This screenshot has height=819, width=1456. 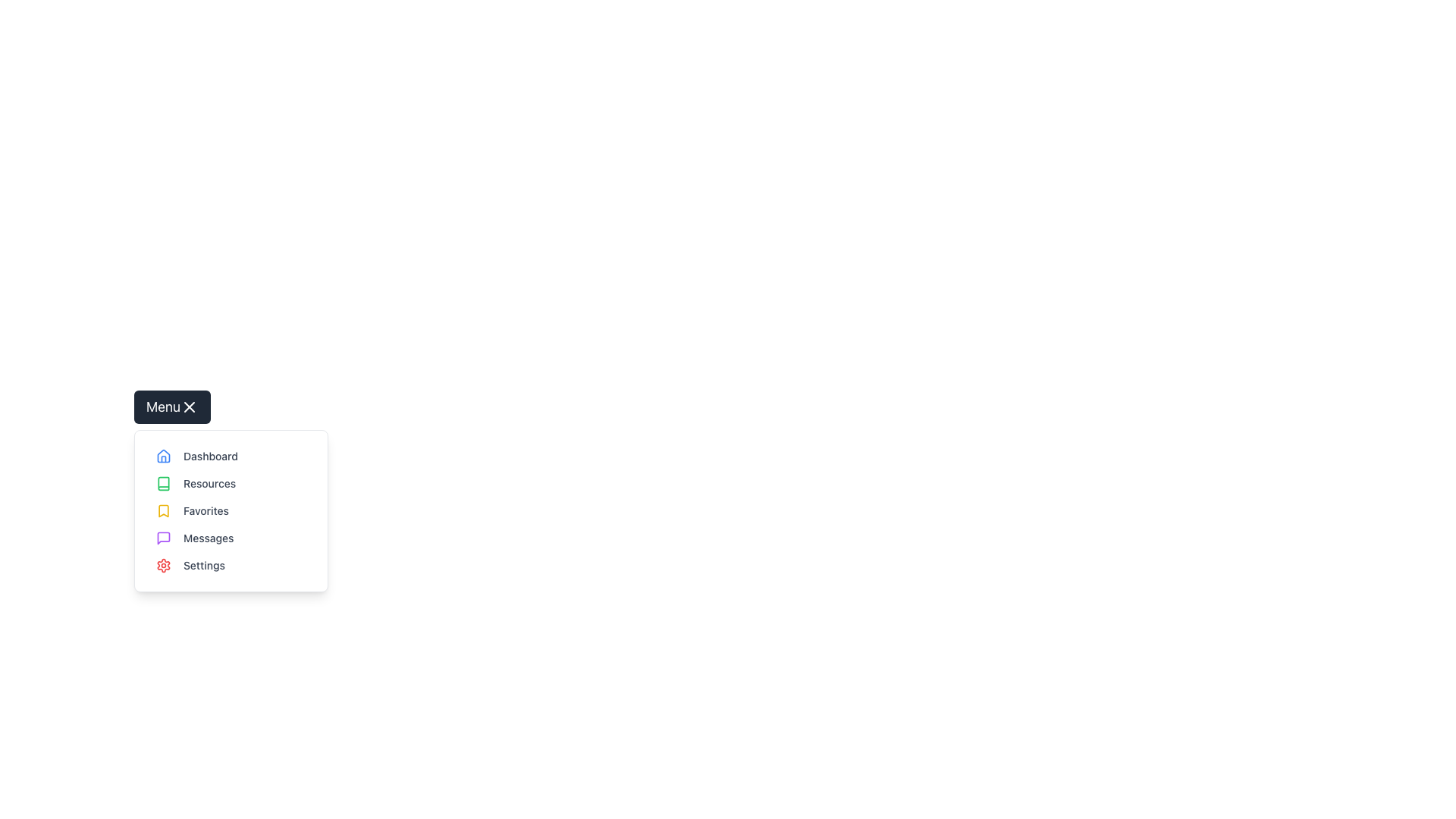 I want to click on the 'Favorites' text label, which is styled in gray with a medium font weight, located below the 'Resources' option in the vertical navigation menu, so click(x=206, y=511).